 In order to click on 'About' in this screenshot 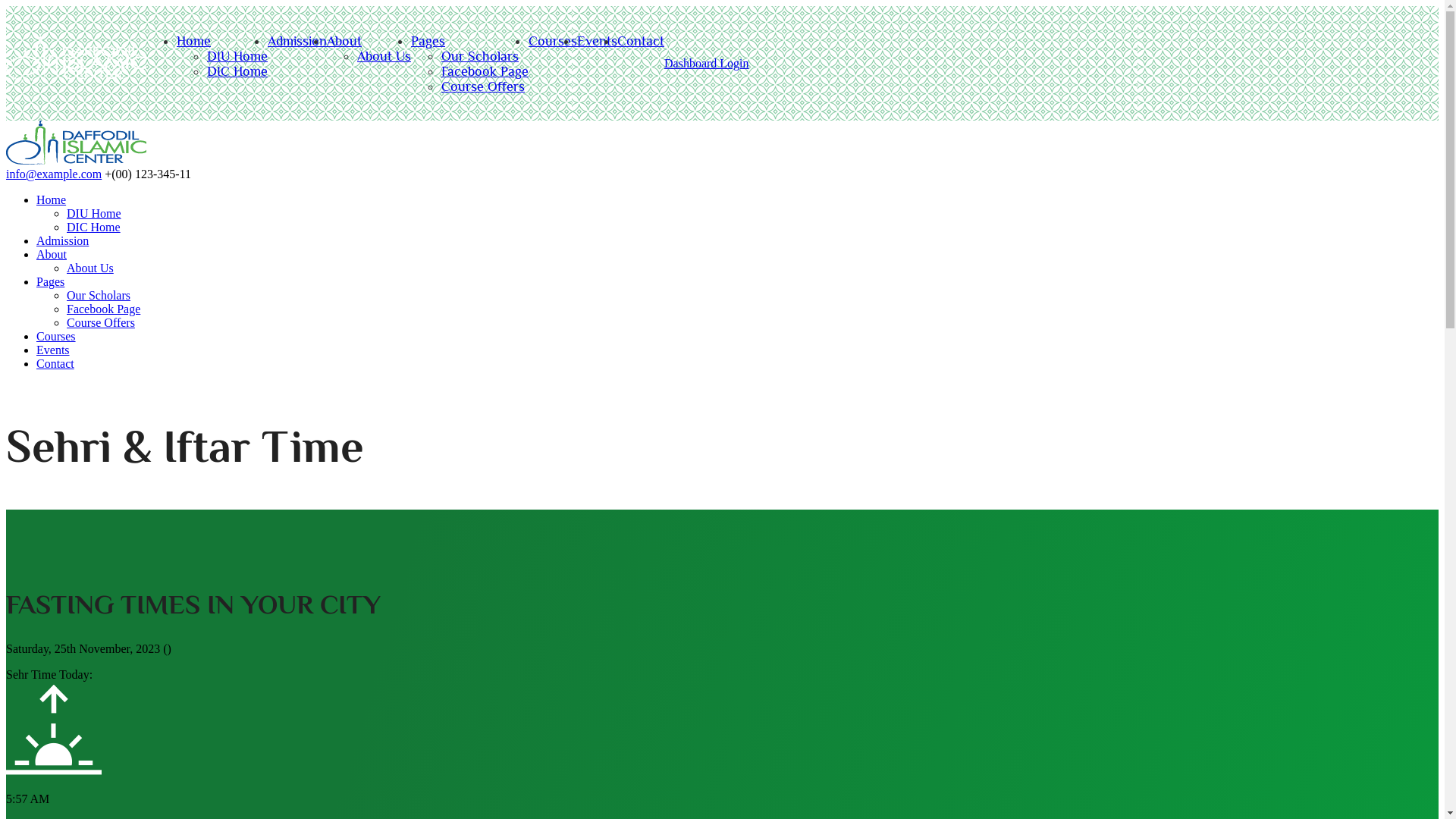, I will do `click(36, 253)`.